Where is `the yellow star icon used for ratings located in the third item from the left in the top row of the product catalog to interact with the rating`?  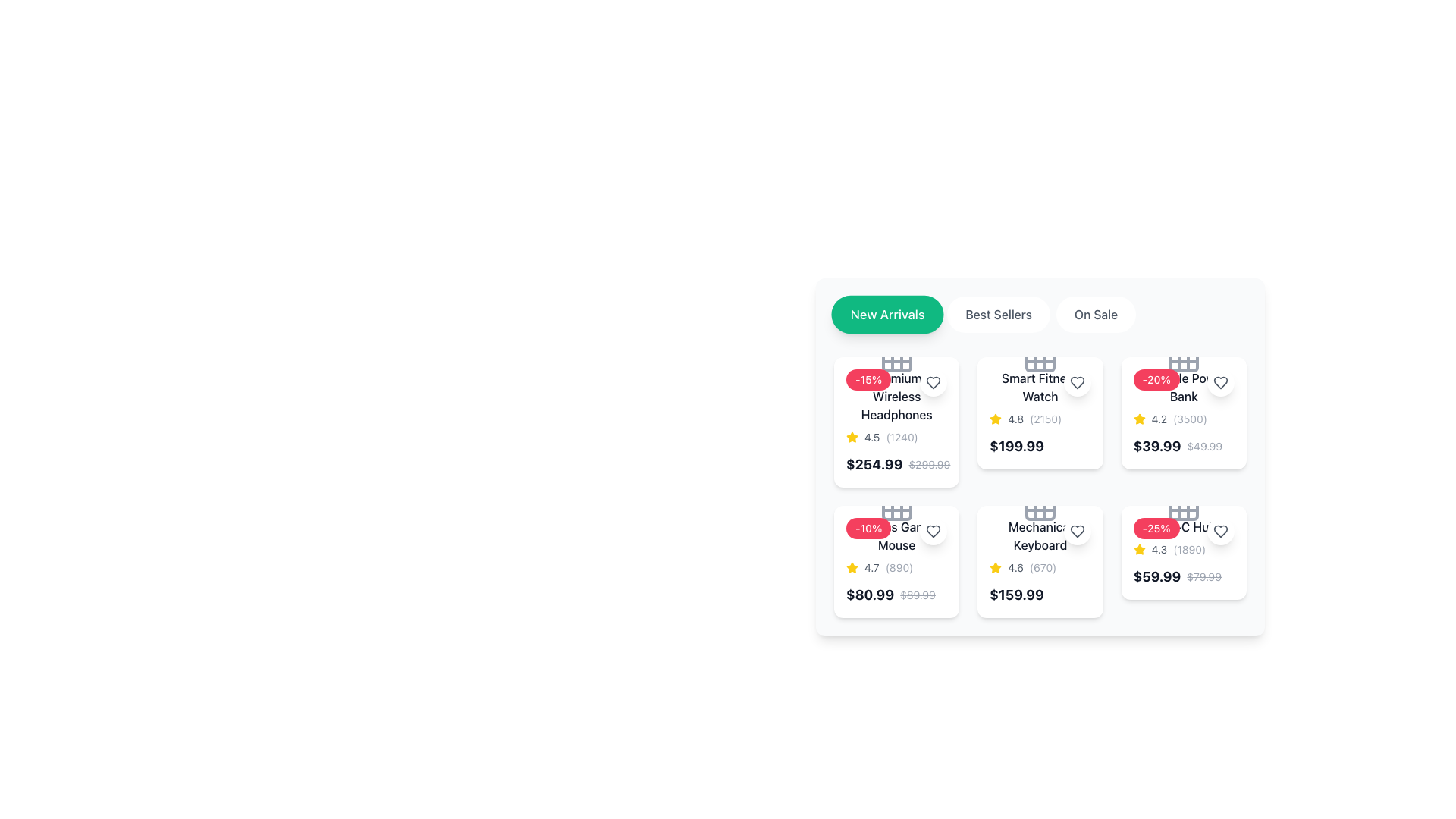 the yellow star icon used for ratings located in the third item from the left in the top row of the product catalog to interact with the rating is located at coordinates (996, 419).